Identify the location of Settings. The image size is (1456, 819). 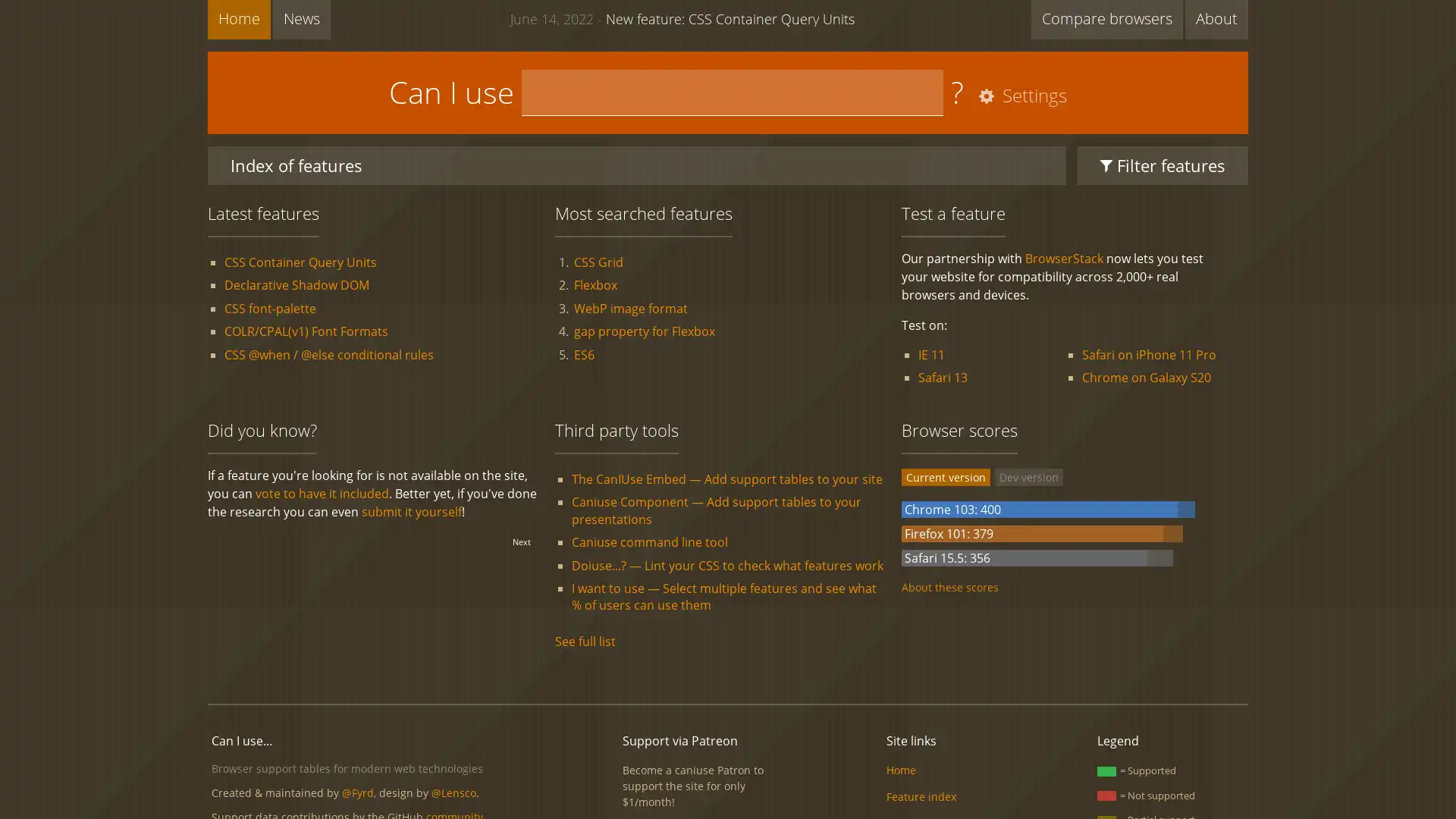
(1019, 96).